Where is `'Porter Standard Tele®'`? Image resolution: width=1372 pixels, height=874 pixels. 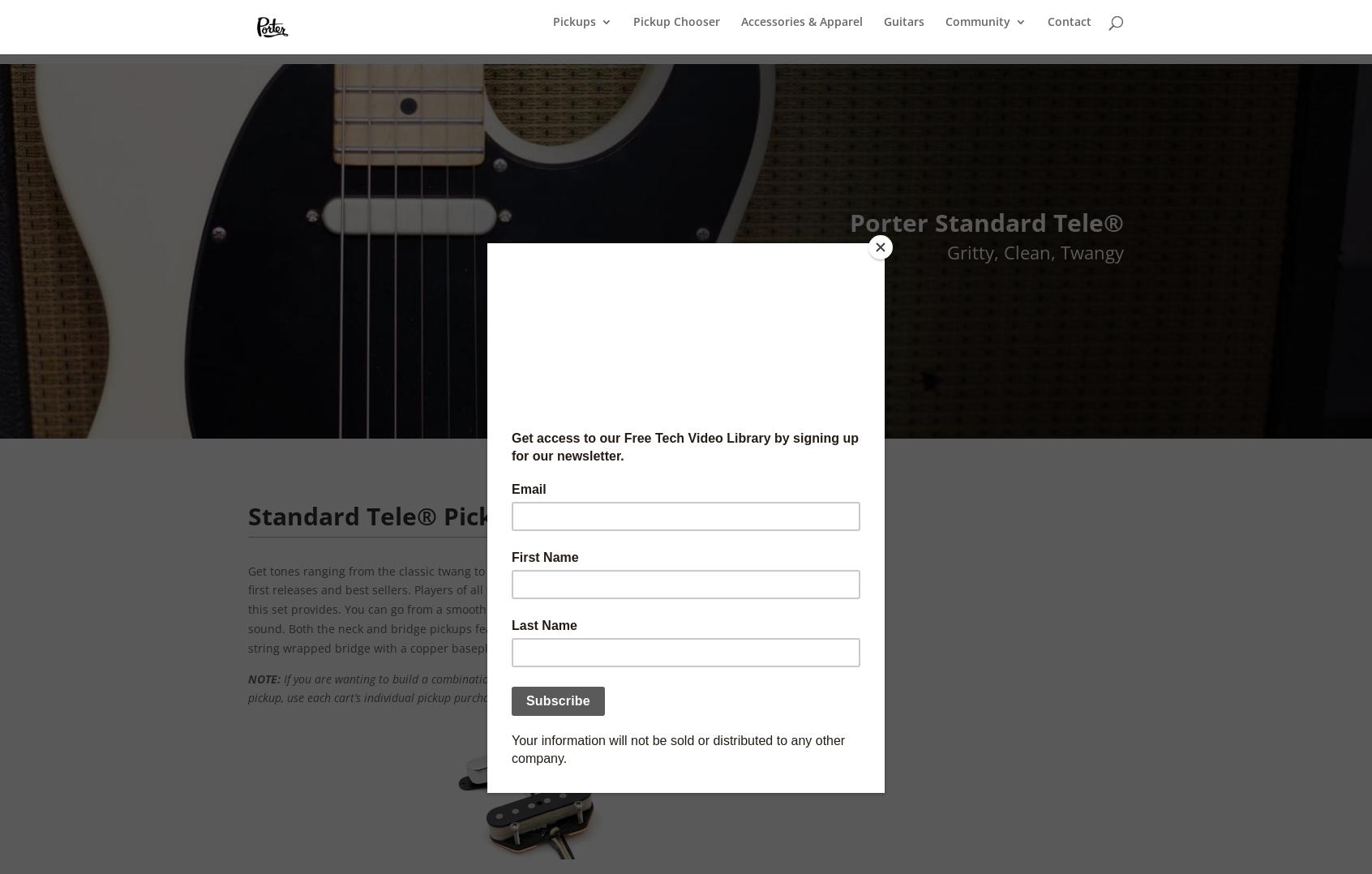 'Porter Standard Tele®' is located at coordinates (986, 222).